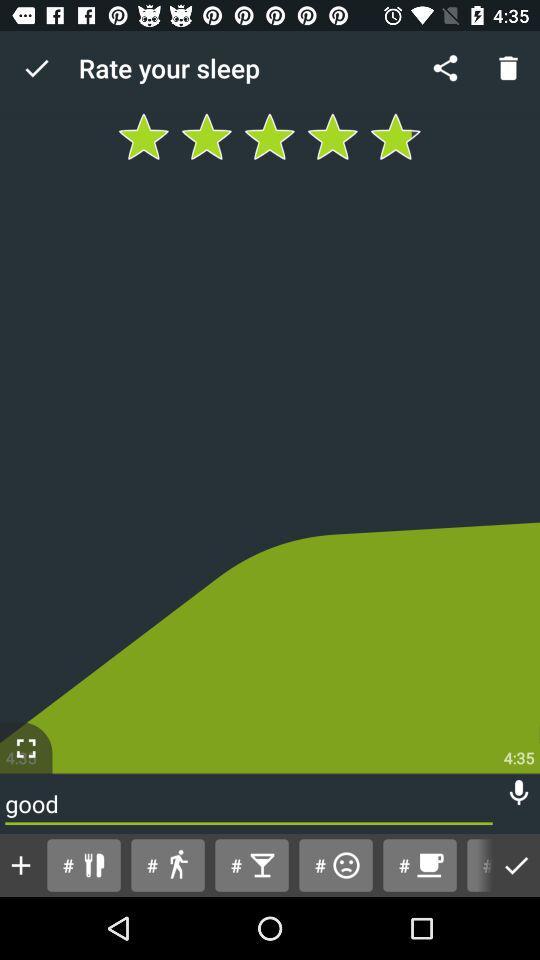  I want to click on turn on voice recording, so click(518, 793).